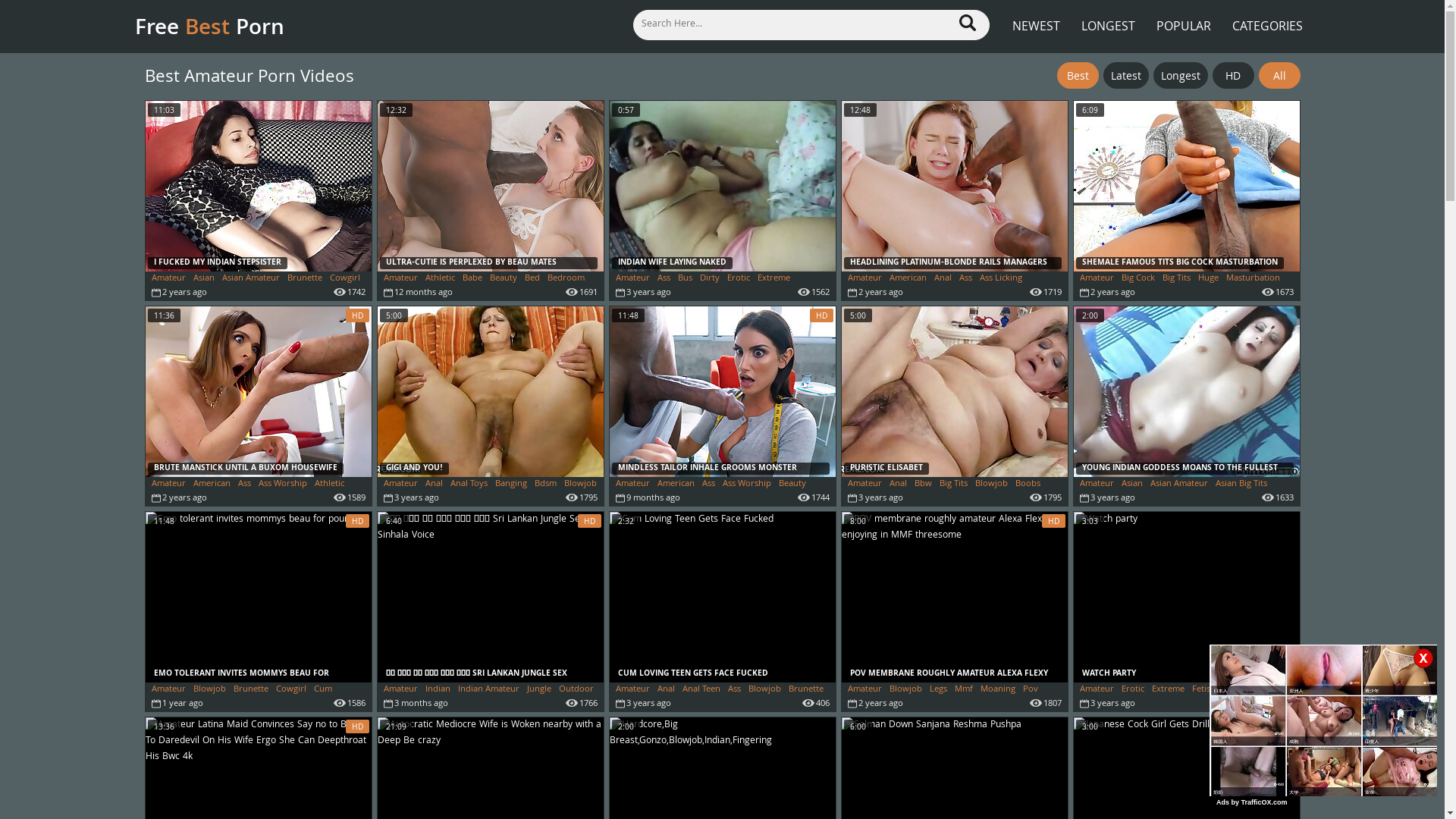  Describe the element at coordinates (722, 391) in the screenshot. I see `'MINDLESS TAILOR INHALE GROOMS MONSTER SOOTY HARD-ON'` at that location.